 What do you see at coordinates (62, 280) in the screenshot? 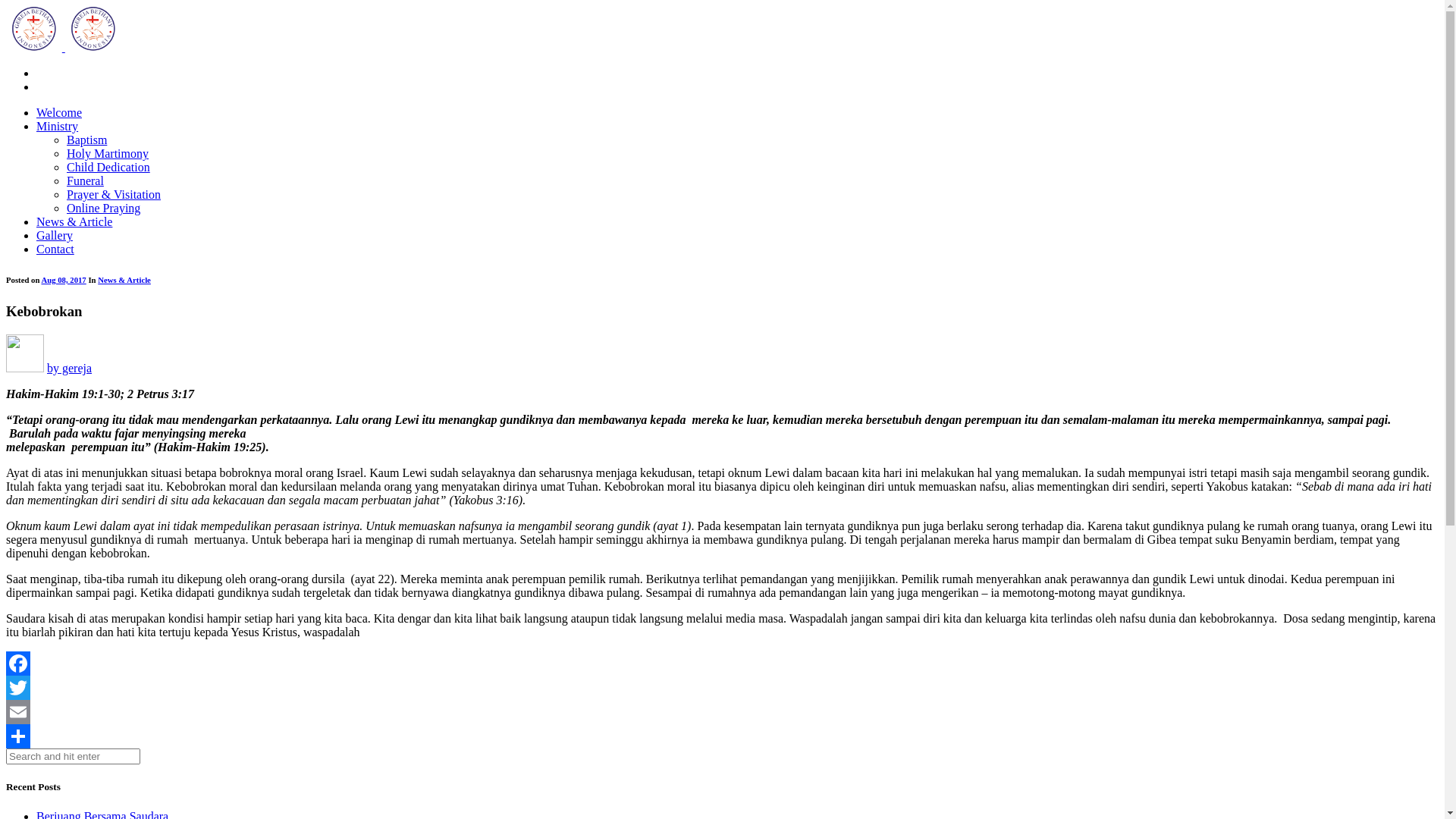
I see `'Aug 08, 2017'` at bounding box center [62, 280].